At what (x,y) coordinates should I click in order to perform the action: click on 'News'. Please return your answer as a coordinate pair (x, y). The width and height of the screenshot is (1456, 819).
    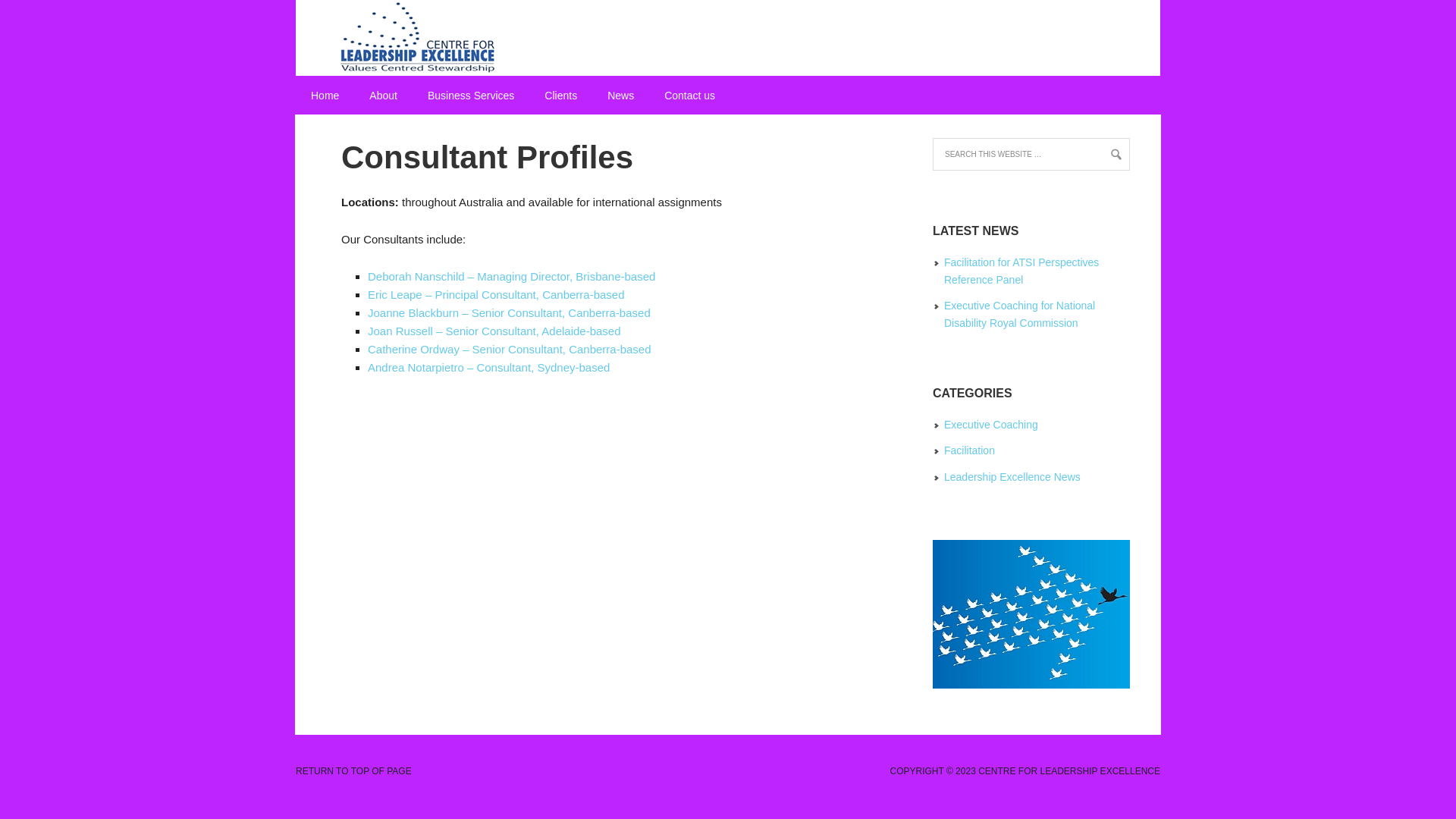
    Looking at the image, I should click on (620, 96).